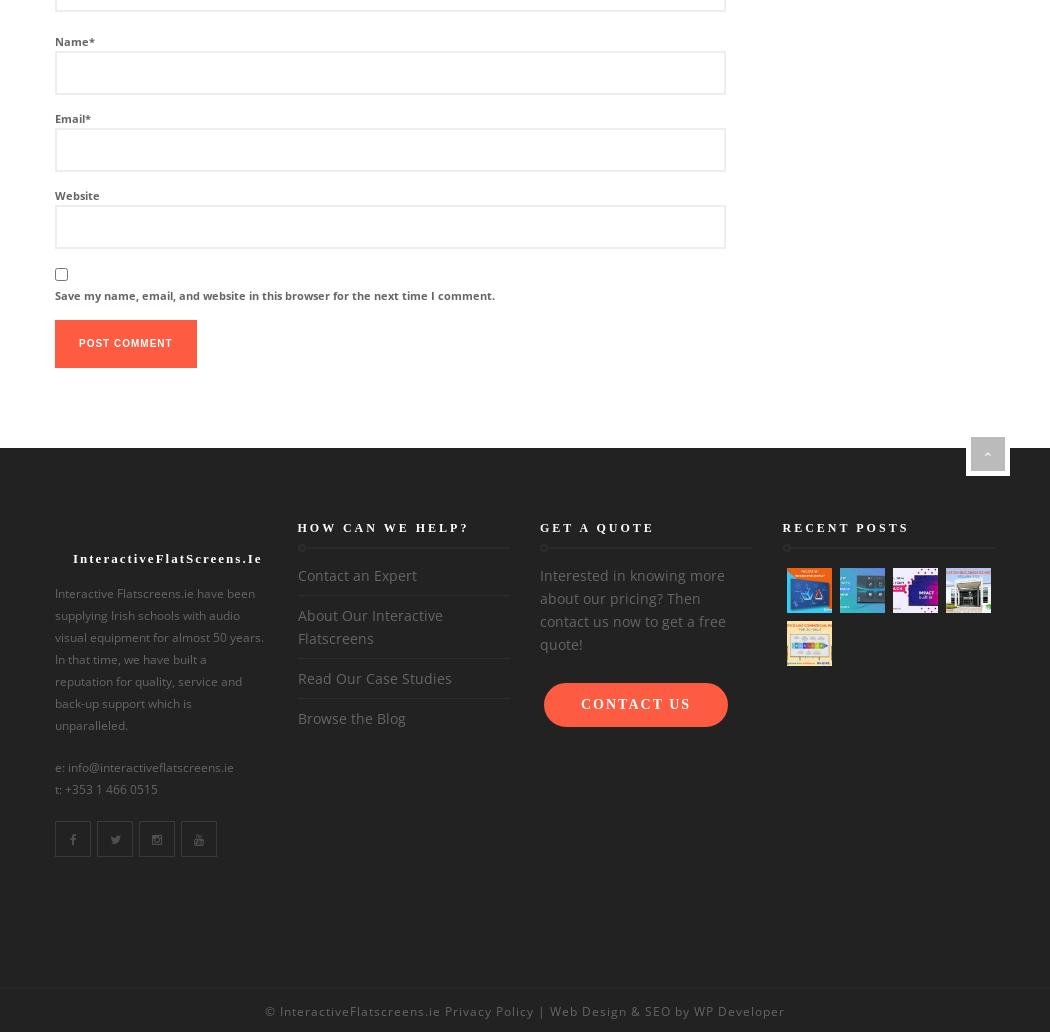 The width and height of the screenshot is (1050, 1032). What do you see at coordinates (69, 118) in the screenshot?
I see `'Email'` at bounding box center [69, 118].